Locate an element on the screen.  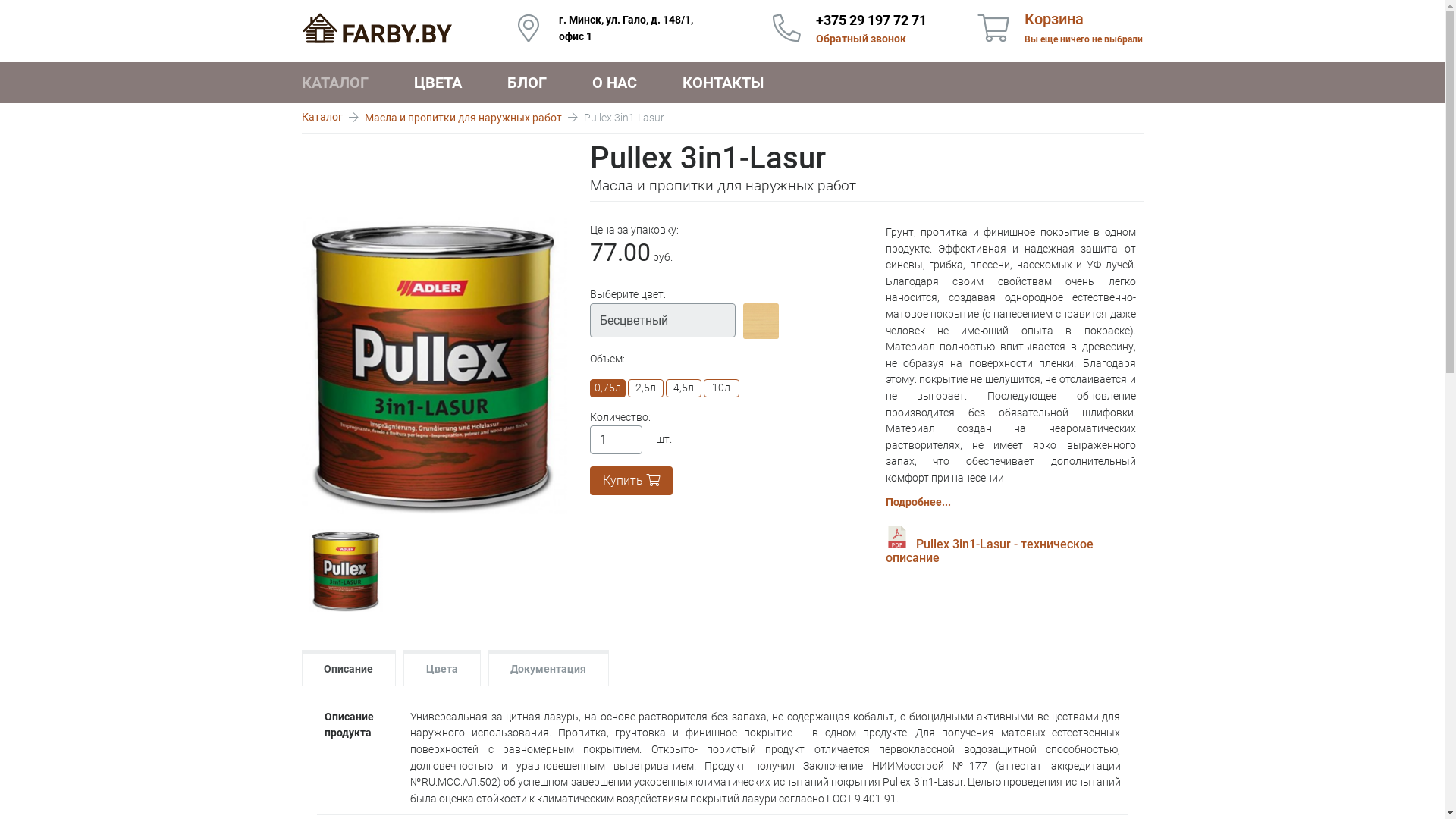
'+375 29 197 72 71' is located at coordinates (871, 20).